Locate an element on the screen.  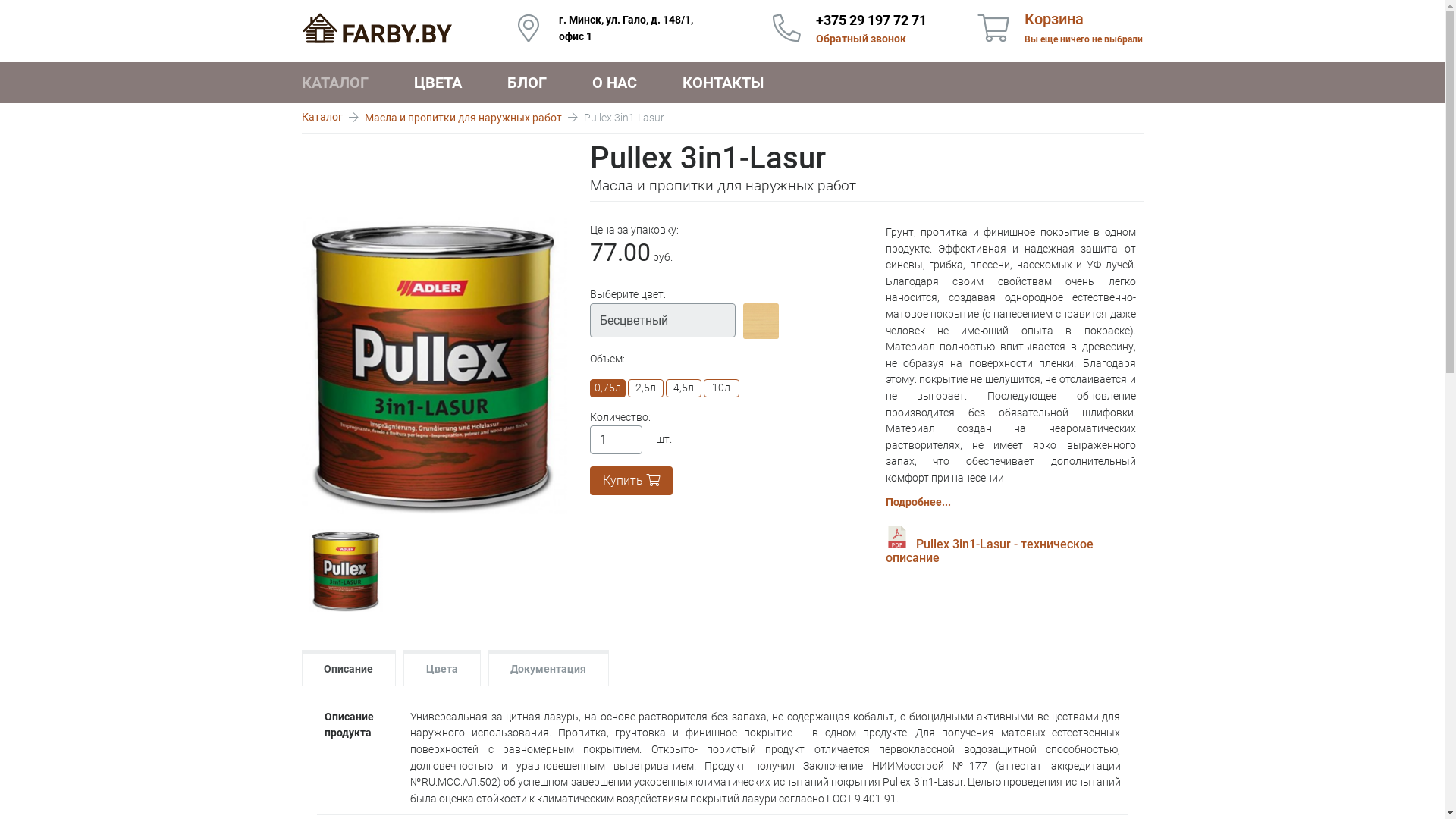
'+375 29 197 72 71' is located at coordinates (871, 20).